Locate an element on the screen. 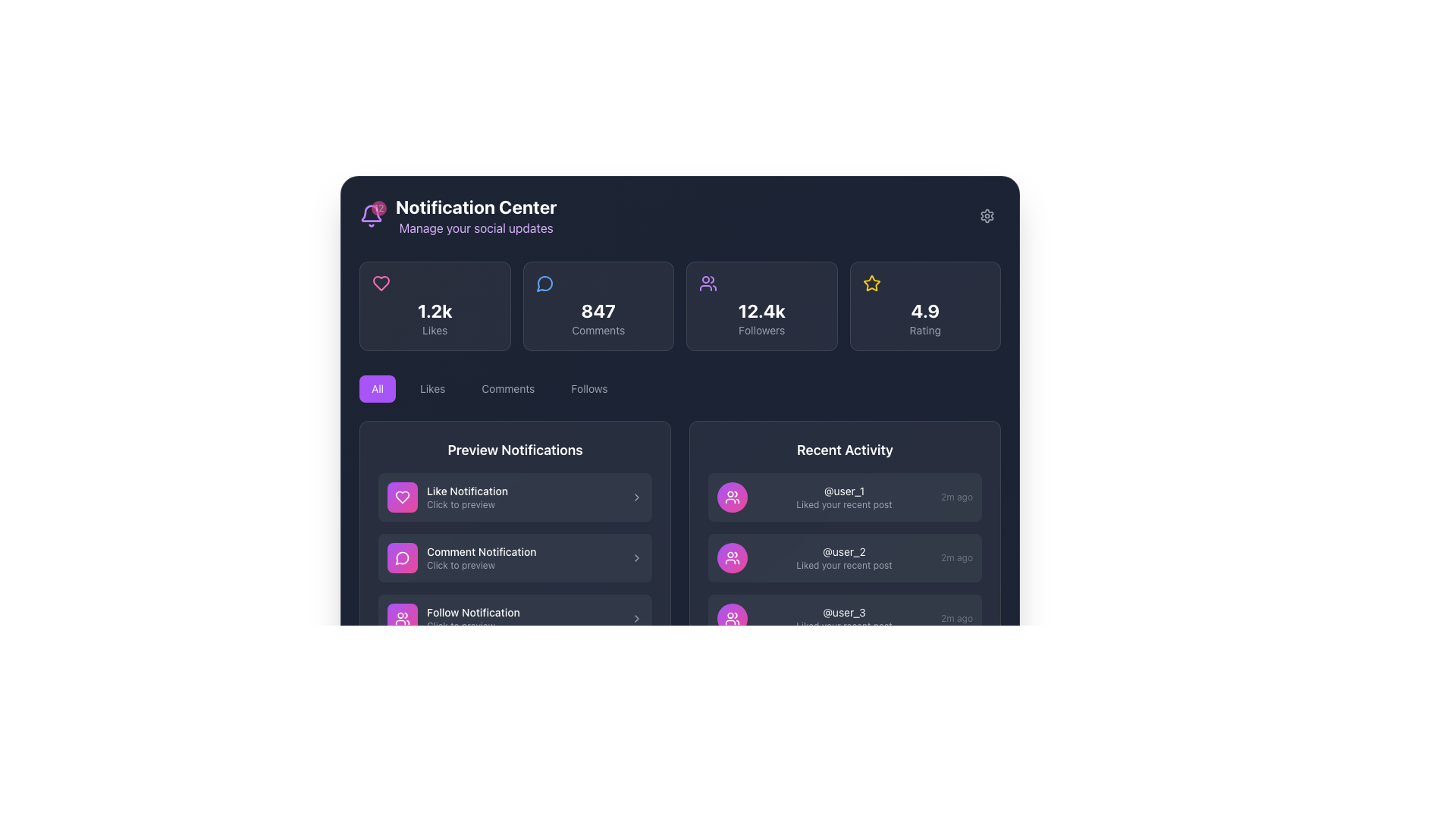  the heart icon that symbolizes 'Likes' in the statistics section, located above the 'Likes' count and label is located at coordinates (381, 284).